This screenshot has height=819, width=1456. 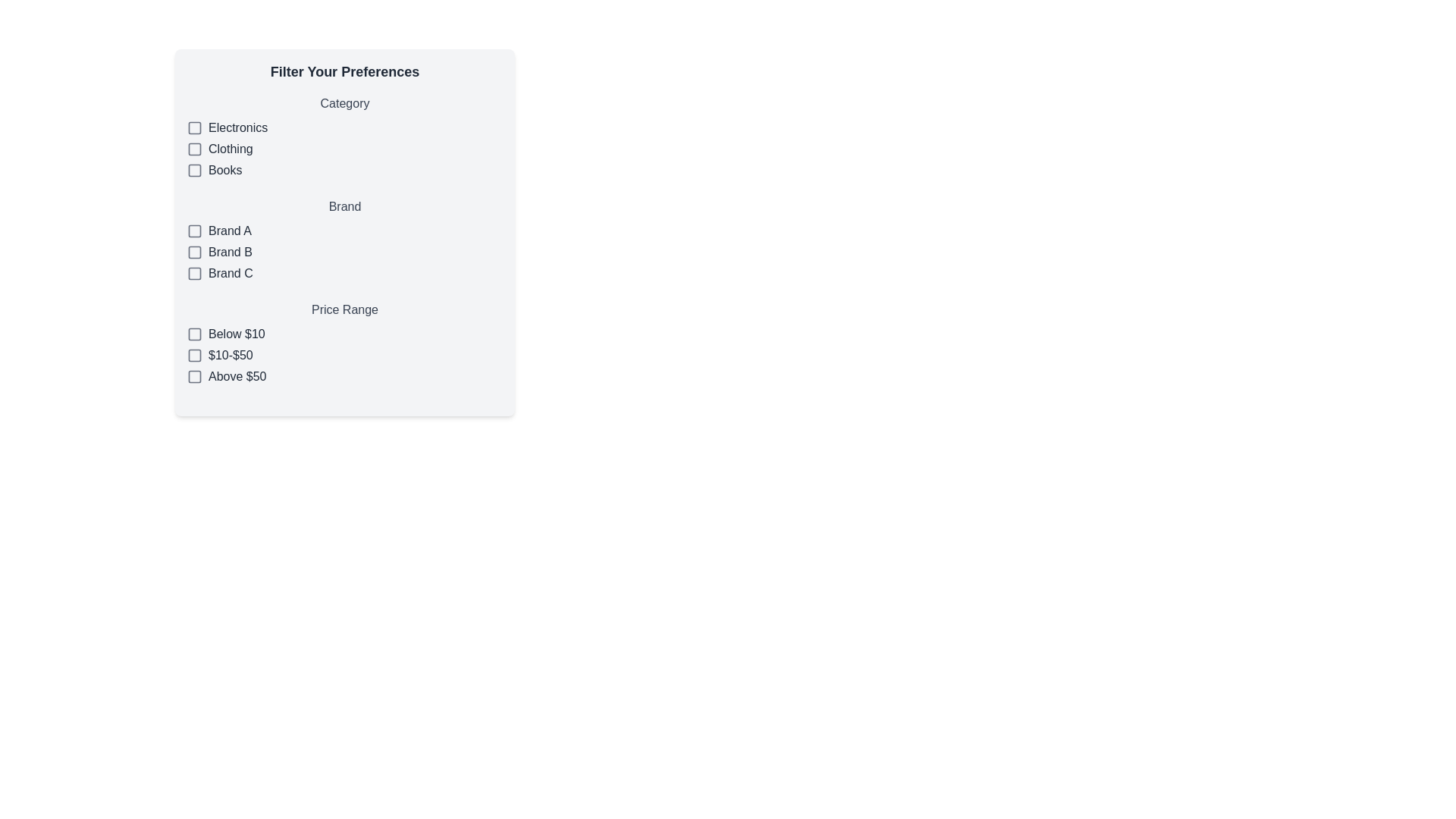 I want to click on the checkbox located to the left of the text 'Above $50', so click(x=194, y=376).